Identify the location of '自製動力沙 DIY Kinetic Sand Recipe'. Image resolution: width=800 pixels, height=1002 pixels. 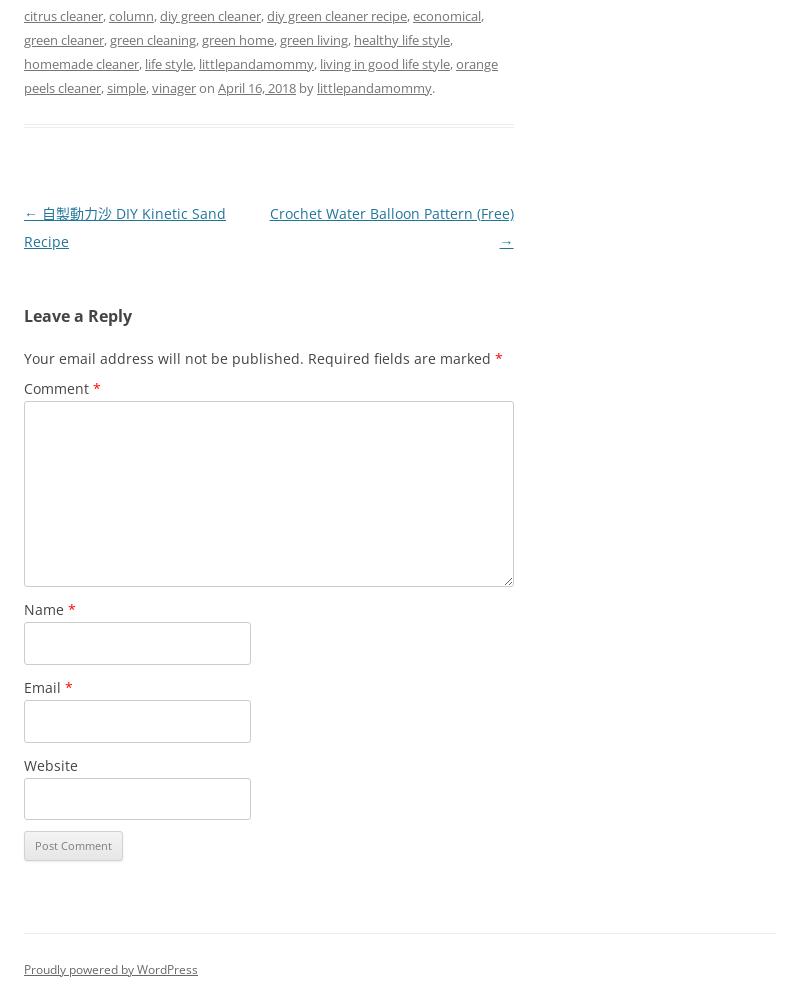
(123, 226).